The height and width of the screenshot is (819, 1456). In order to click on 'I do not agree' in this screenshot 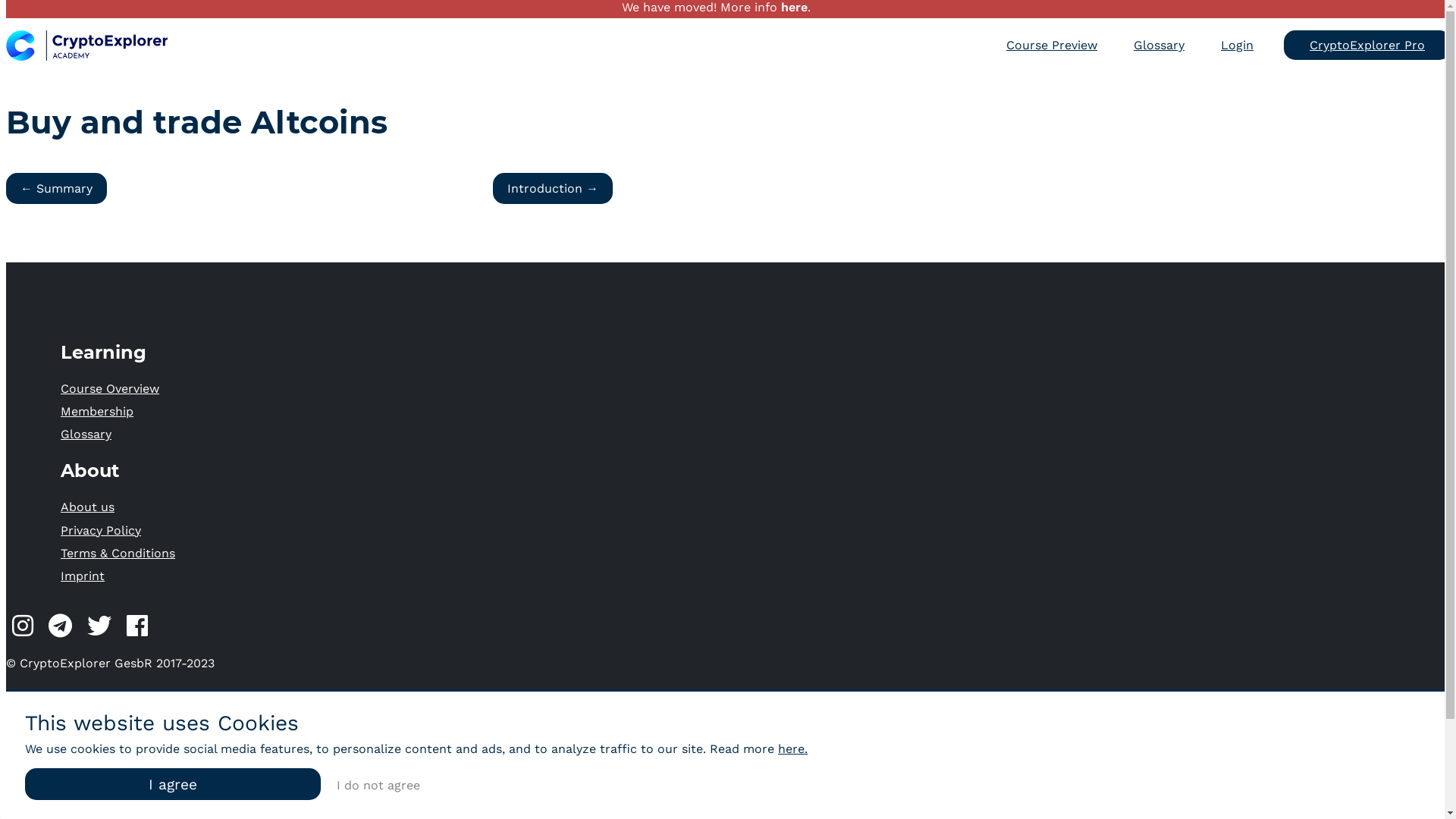, I will do `click(378, 784)`.